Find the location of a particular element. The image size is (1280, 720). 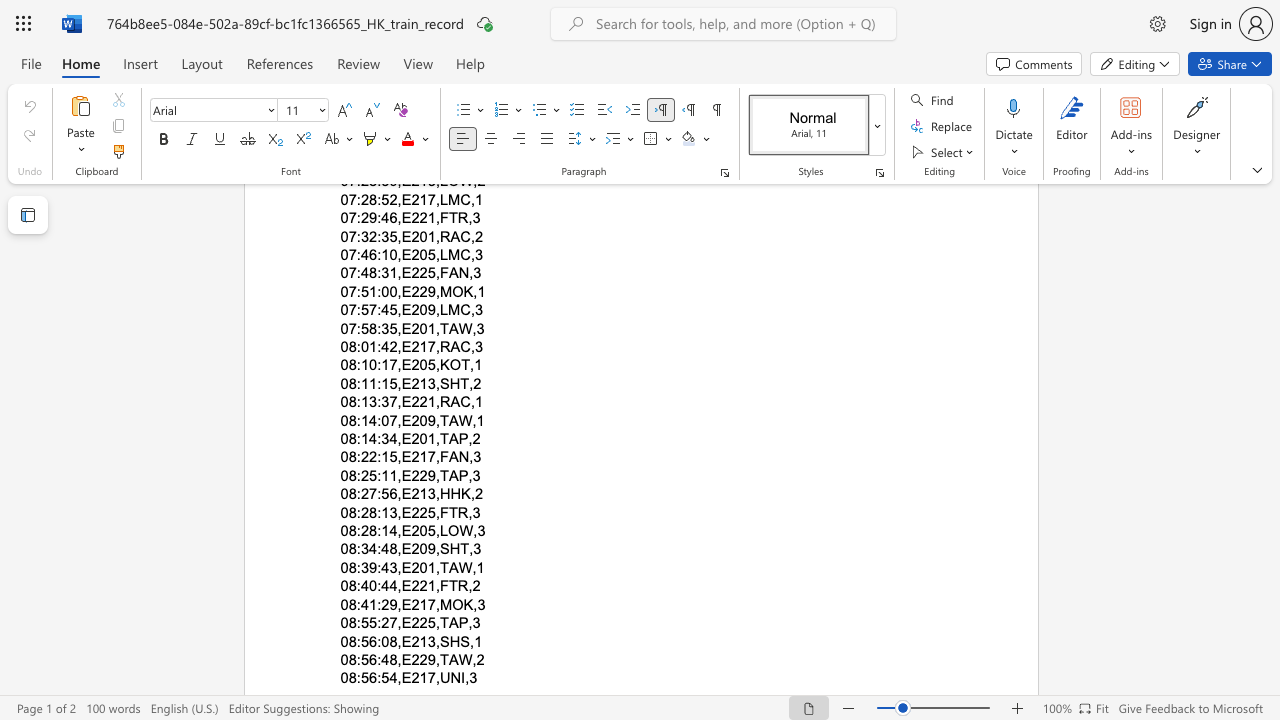

the space between the continuous character "9" and "," in the text is located at coordinates (396, 603).